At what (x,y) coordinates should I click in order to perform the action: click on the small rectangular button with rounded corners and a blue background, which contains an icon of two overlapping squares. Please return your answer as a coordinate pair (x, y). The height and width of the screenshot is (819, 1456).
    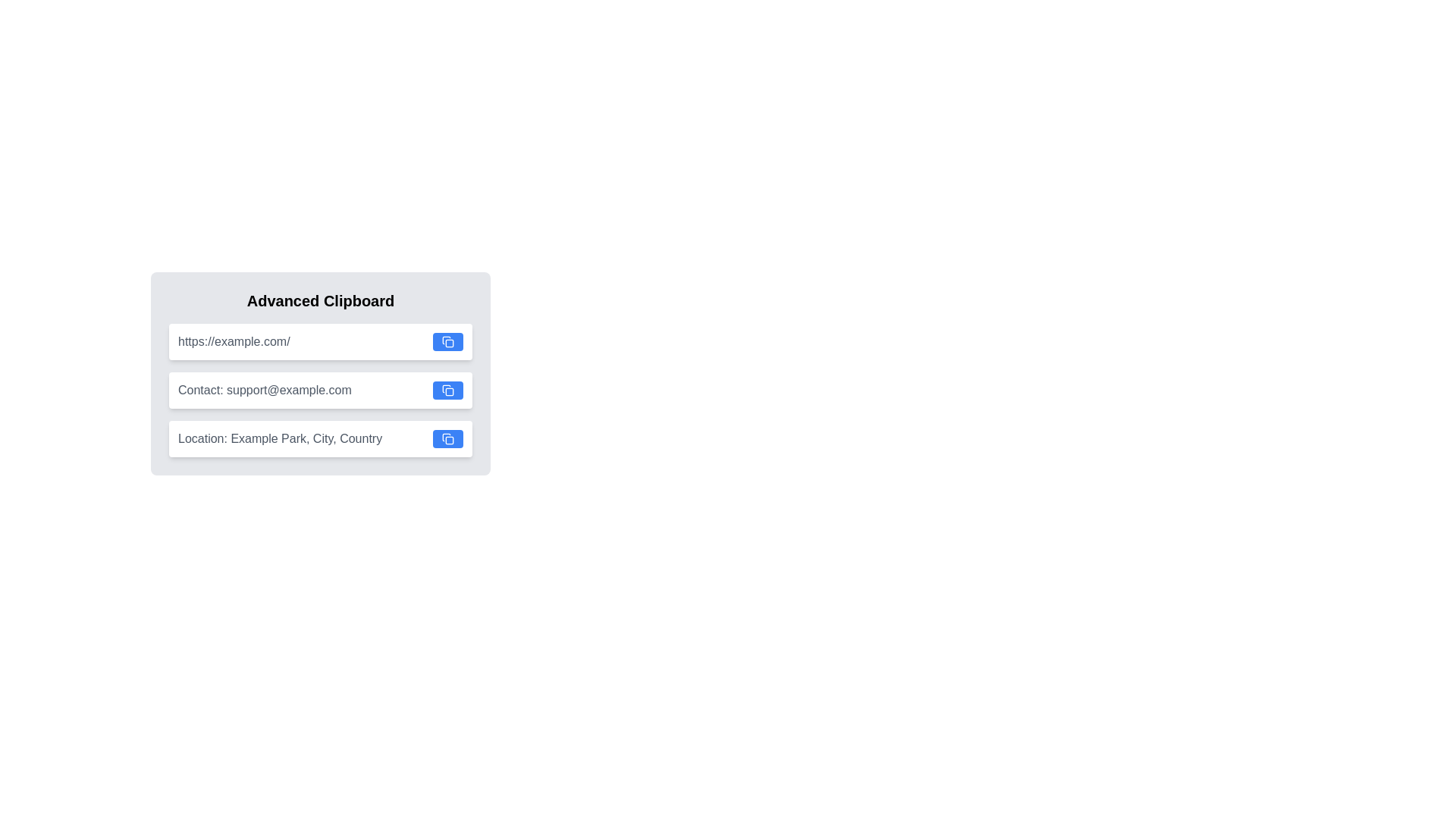
    Looking at the image, I should click on (447, 390).